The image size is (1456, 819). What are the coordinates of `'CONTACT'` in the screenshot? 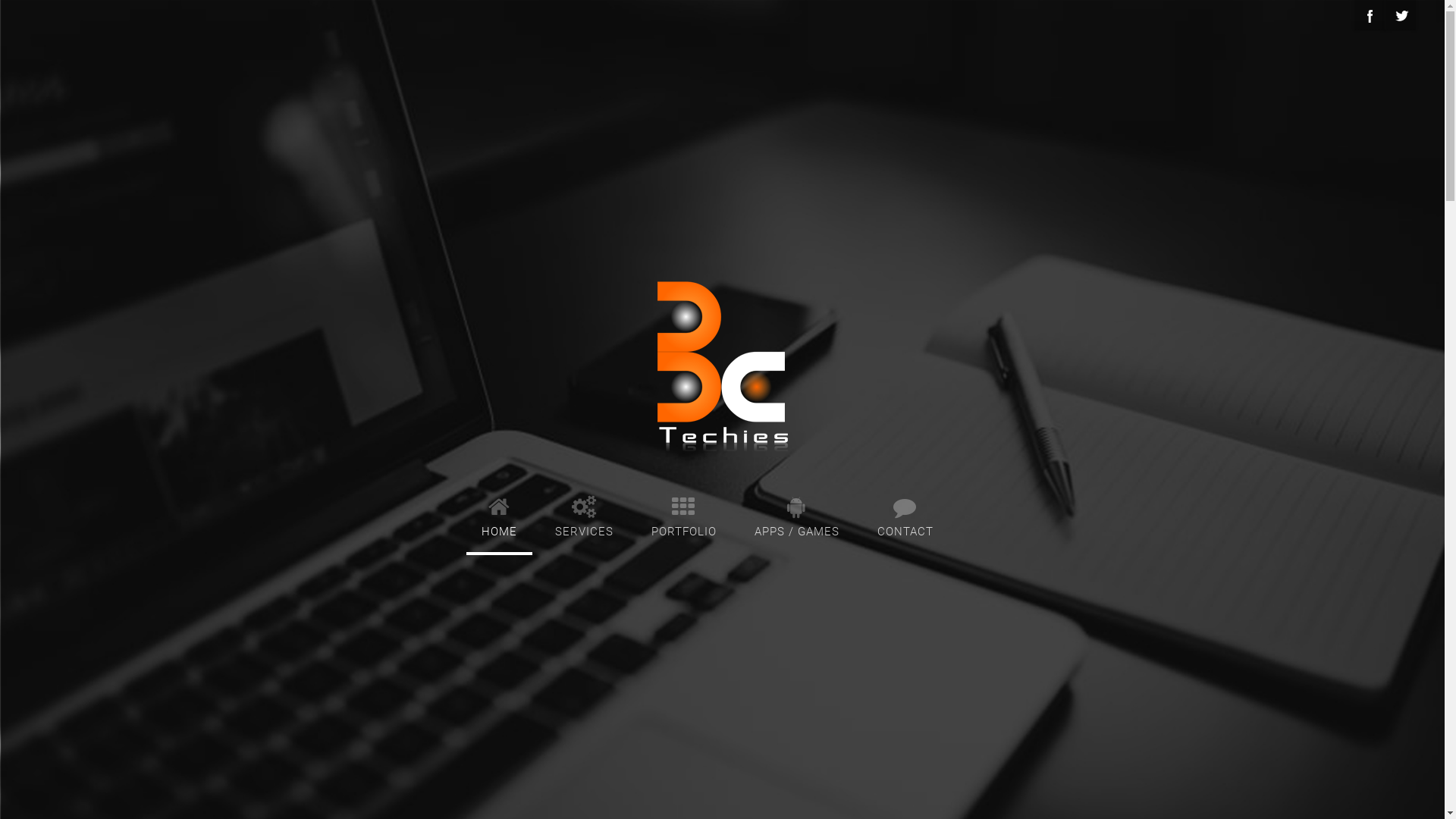 It's located at (905, 513).